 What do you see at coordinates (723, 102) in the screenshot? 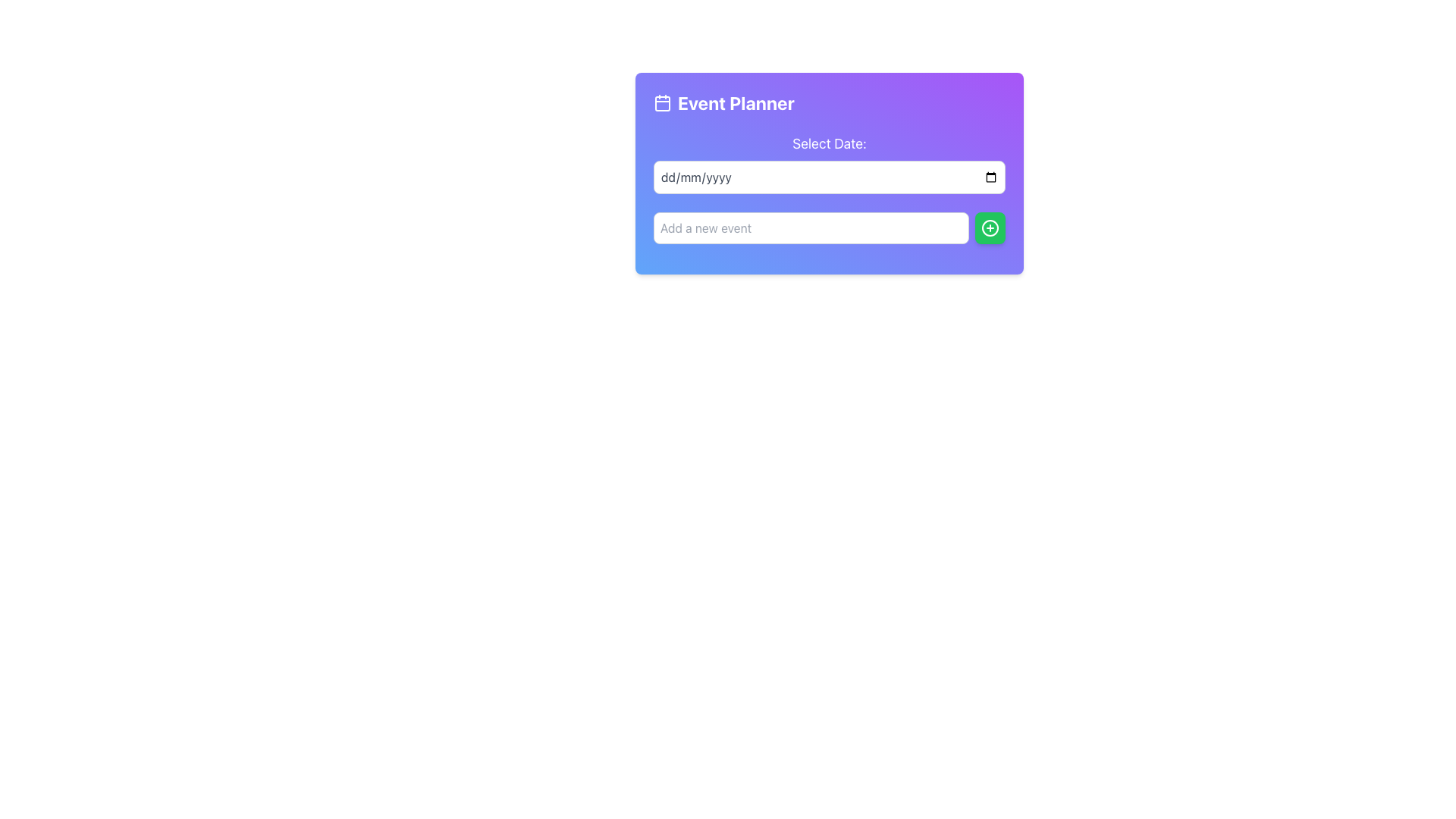
I see `the text label located at the top-left portion of the panel, adjacent to the calendar icon` at bounding box center [723, 102].